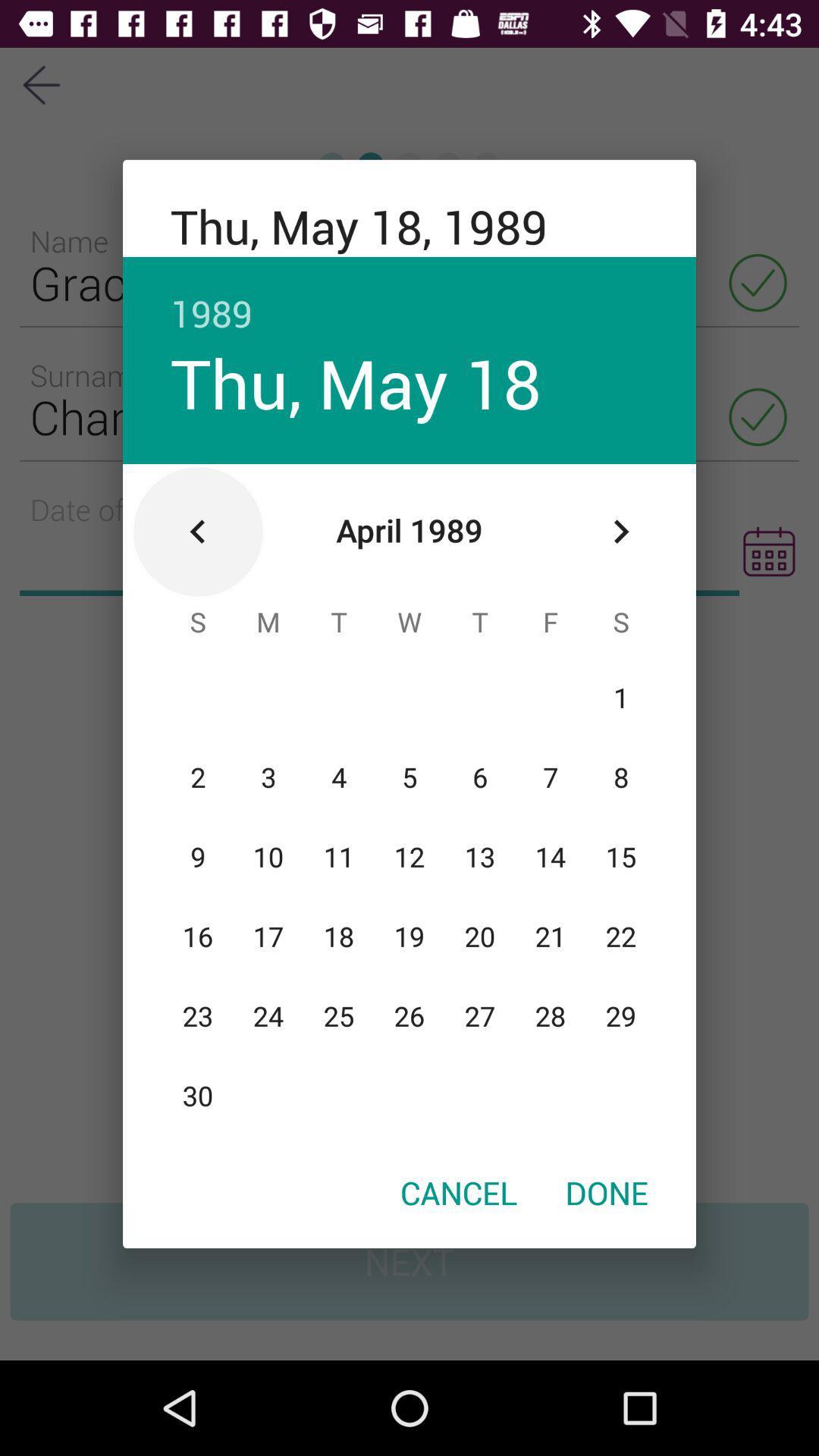 The width and height of the screenshot is (819, 1456). What do you see at coordinates (458, 1191) in the screenshot?
I see `the item next to done icon` at bounding box center [458, 1191].